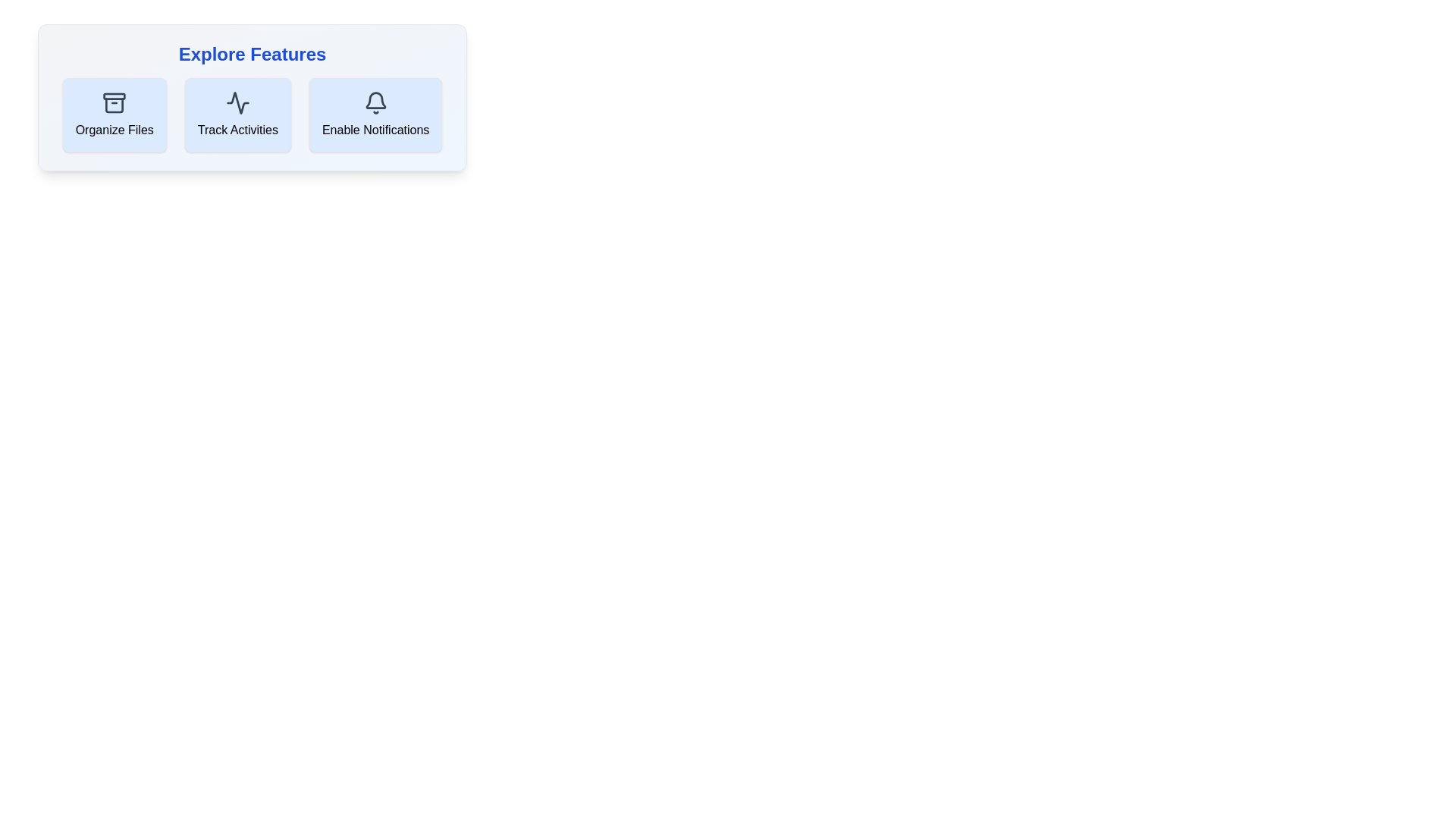 Image resolution: width=1456 pixels, height=819 pixels. Describe the element at coordinates (252, 114) in the screenshot. I see `the middle button below the 'Explore Features' title` at that location.